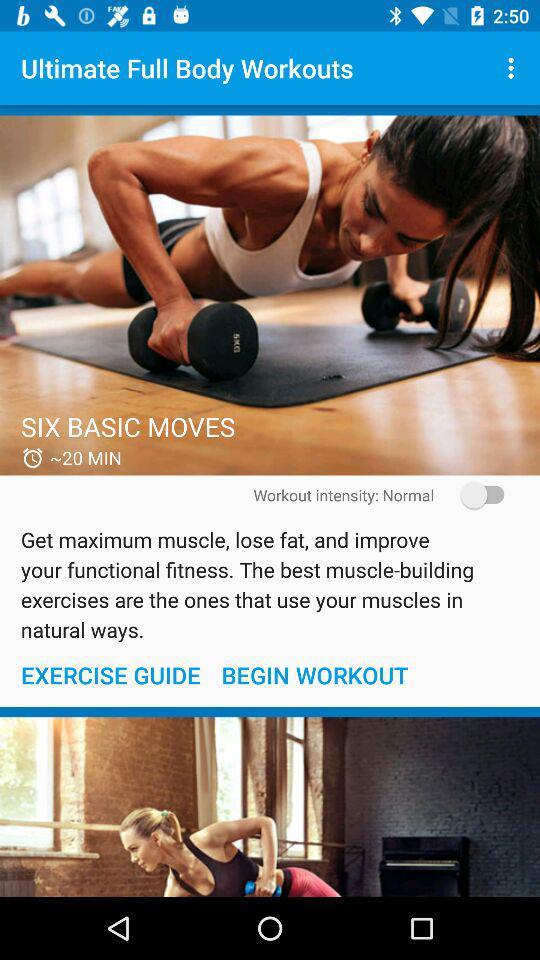 The width and height of the screenshot is (540, 960). What do you see at coordinates (110, 675) in the screenshot?
I see `the item to the left of begin workout icon` at bounding box center [110, 675].